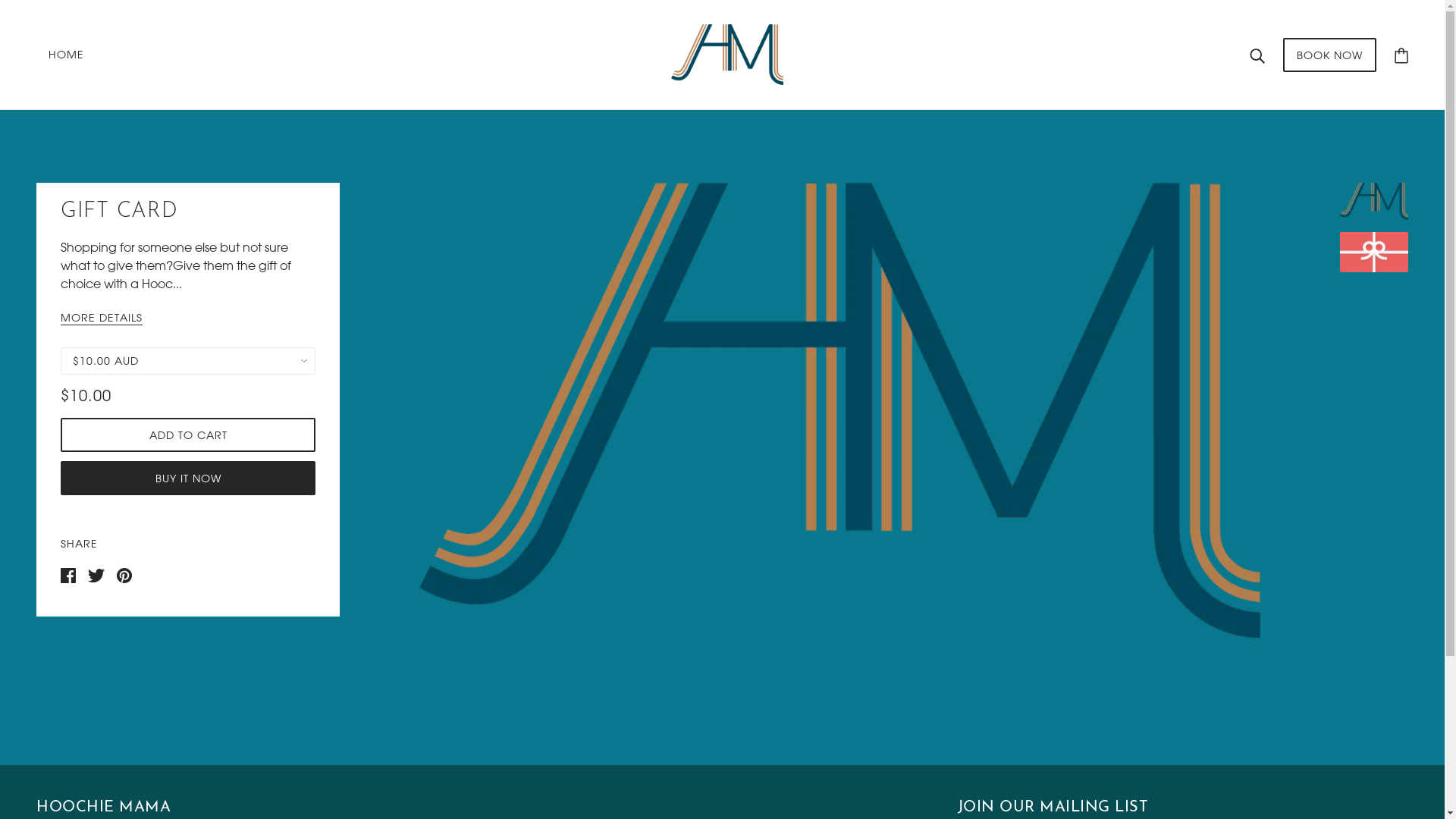  Describe the element at coordinates (61, 318) in the screenshot. I see `'MORE DETAILS'` at that location.